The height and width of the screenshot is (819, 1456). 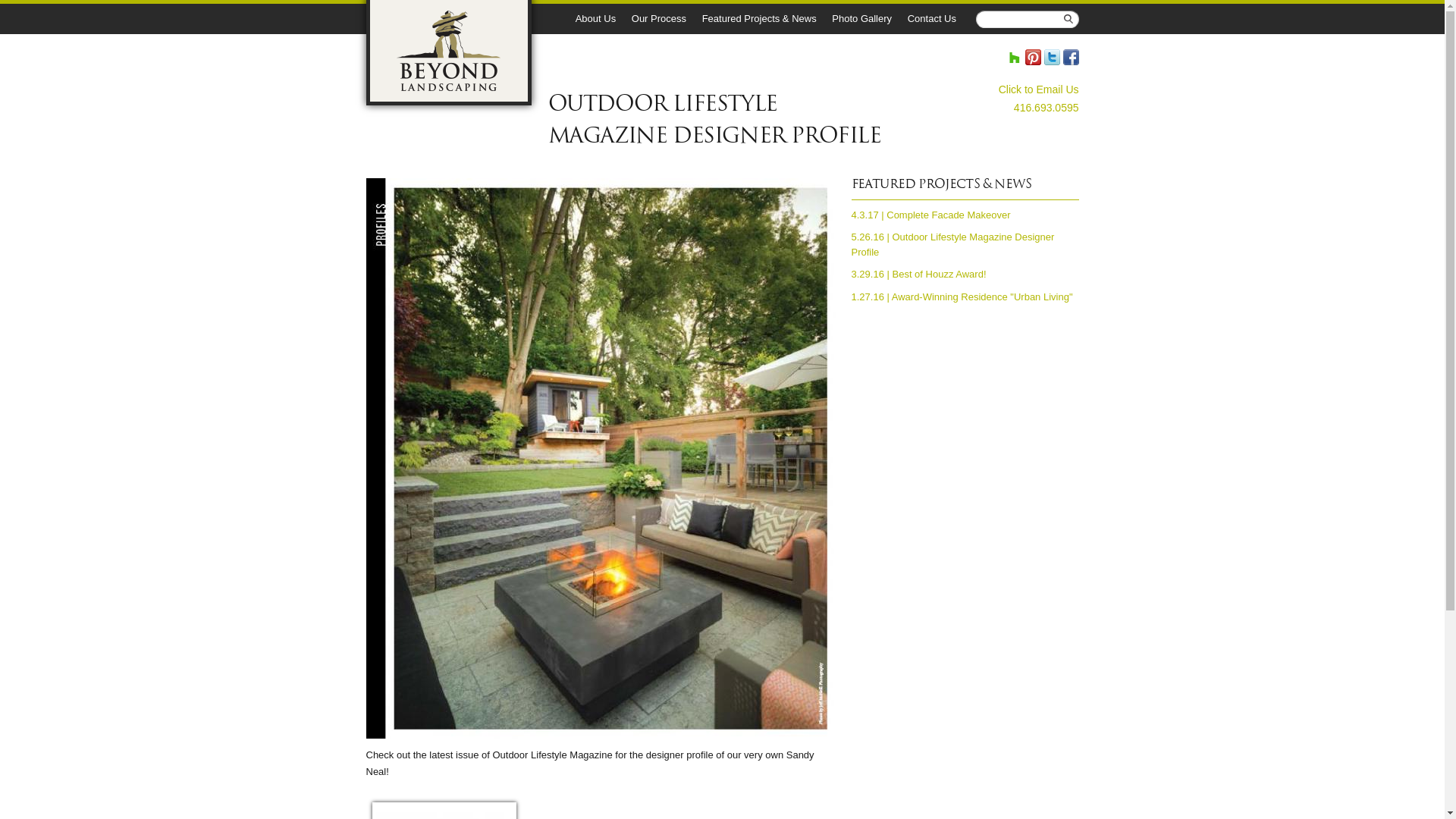 I want to click on 'Our Process', so click(x=632, y=14).